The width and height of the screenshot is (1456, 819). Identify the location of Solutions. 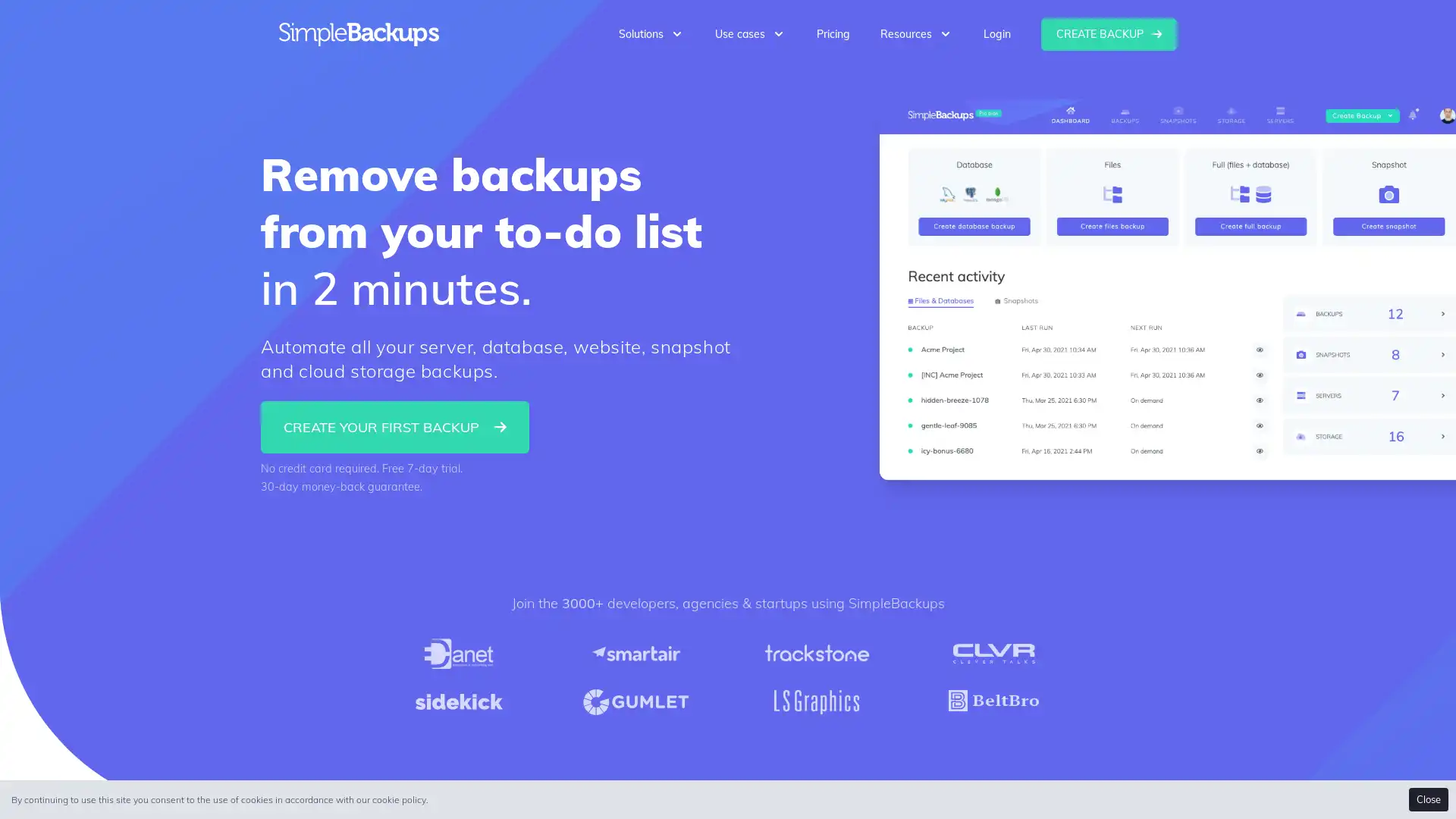
(651, 34).